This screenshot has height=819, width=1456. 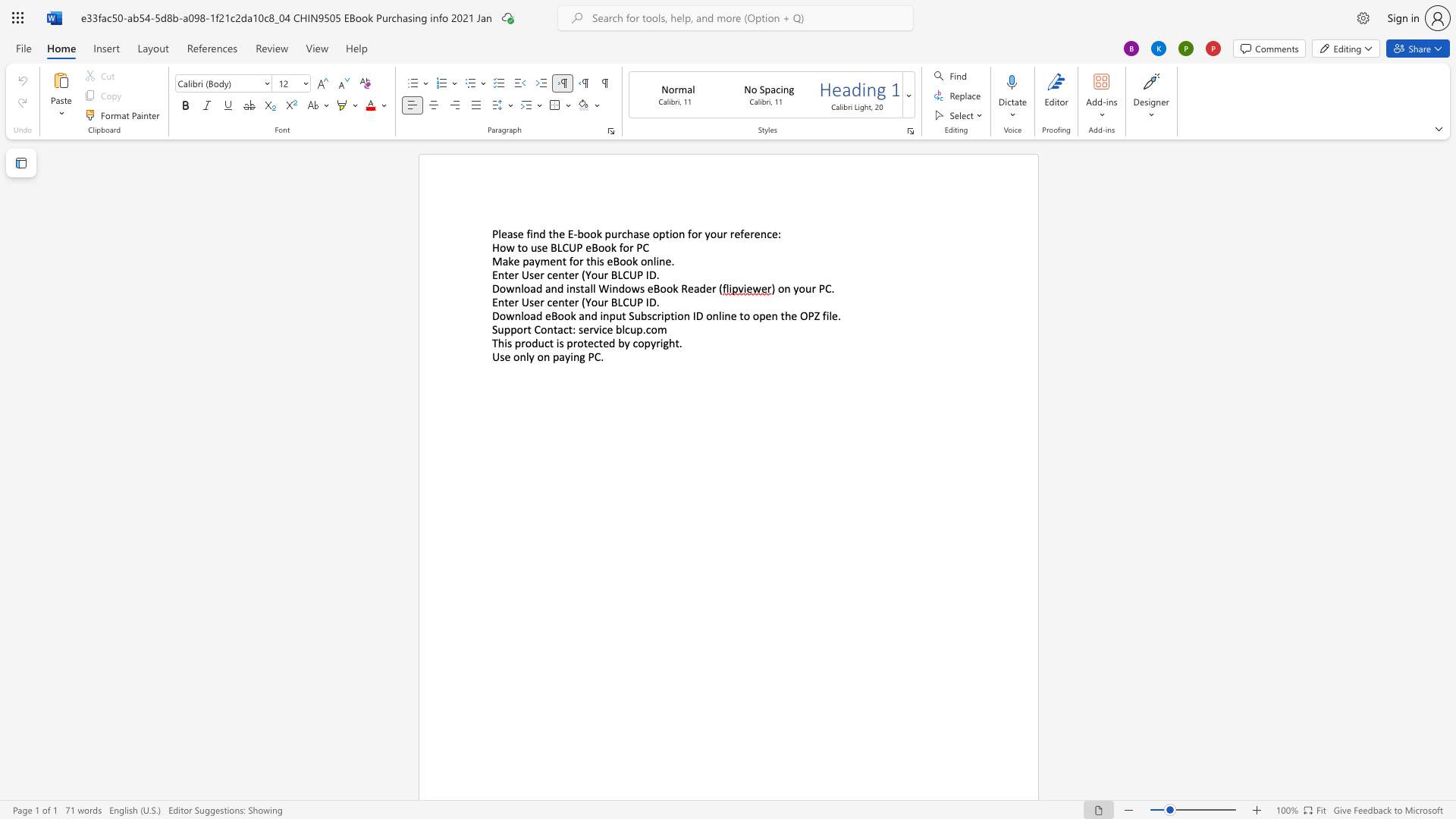 What do you see at coordinates (561, 246) in the screenshot?
I see `the subset text "CUP eBook fo" within the text "How to use BLCUP eBook for PC"` at bounding box center [561, 246].